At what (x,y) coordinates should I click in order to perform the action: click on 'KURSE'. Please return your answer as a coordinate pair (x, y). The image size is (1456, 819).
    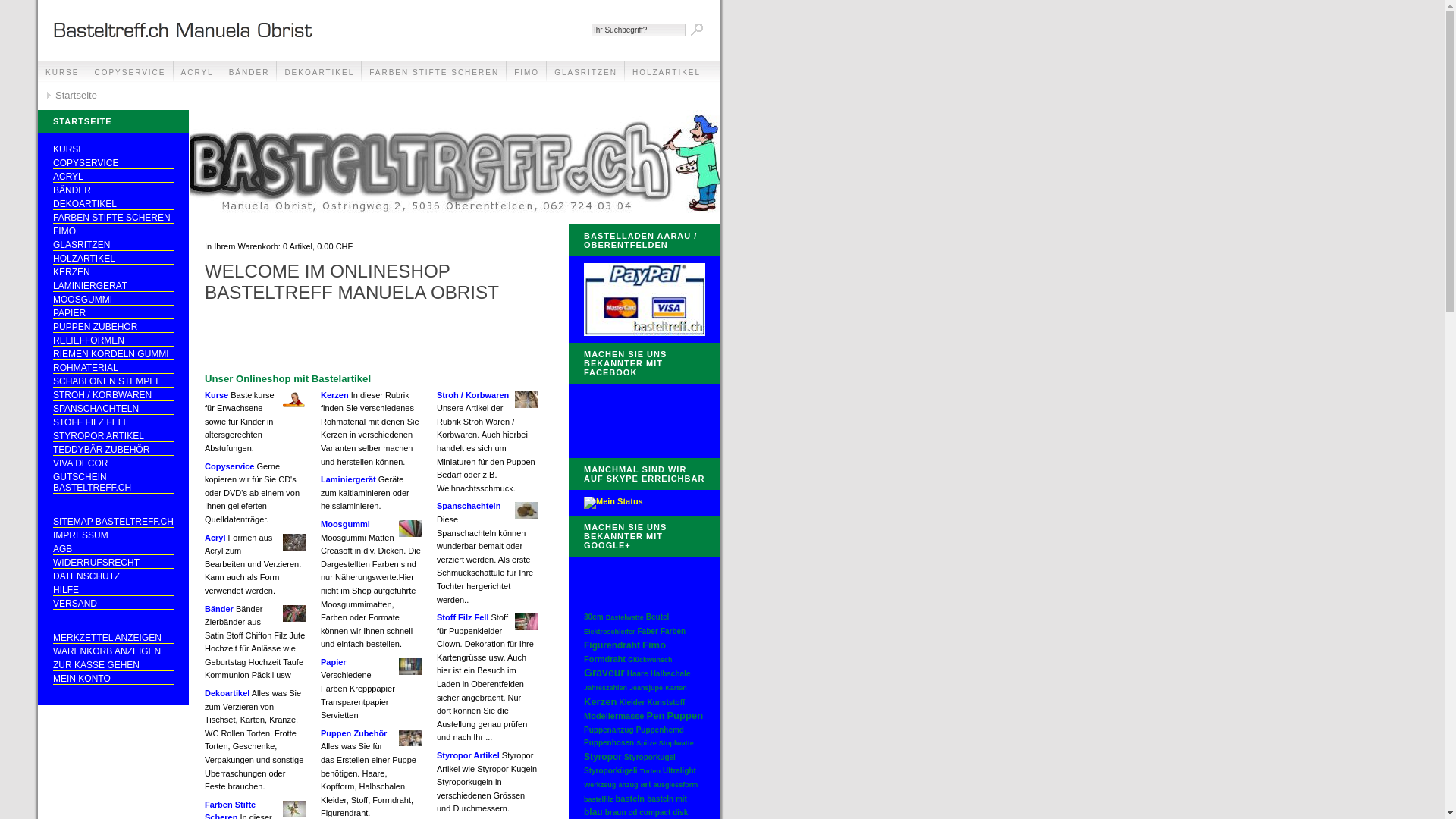
    Looking at the image, I should click on (61, 73).